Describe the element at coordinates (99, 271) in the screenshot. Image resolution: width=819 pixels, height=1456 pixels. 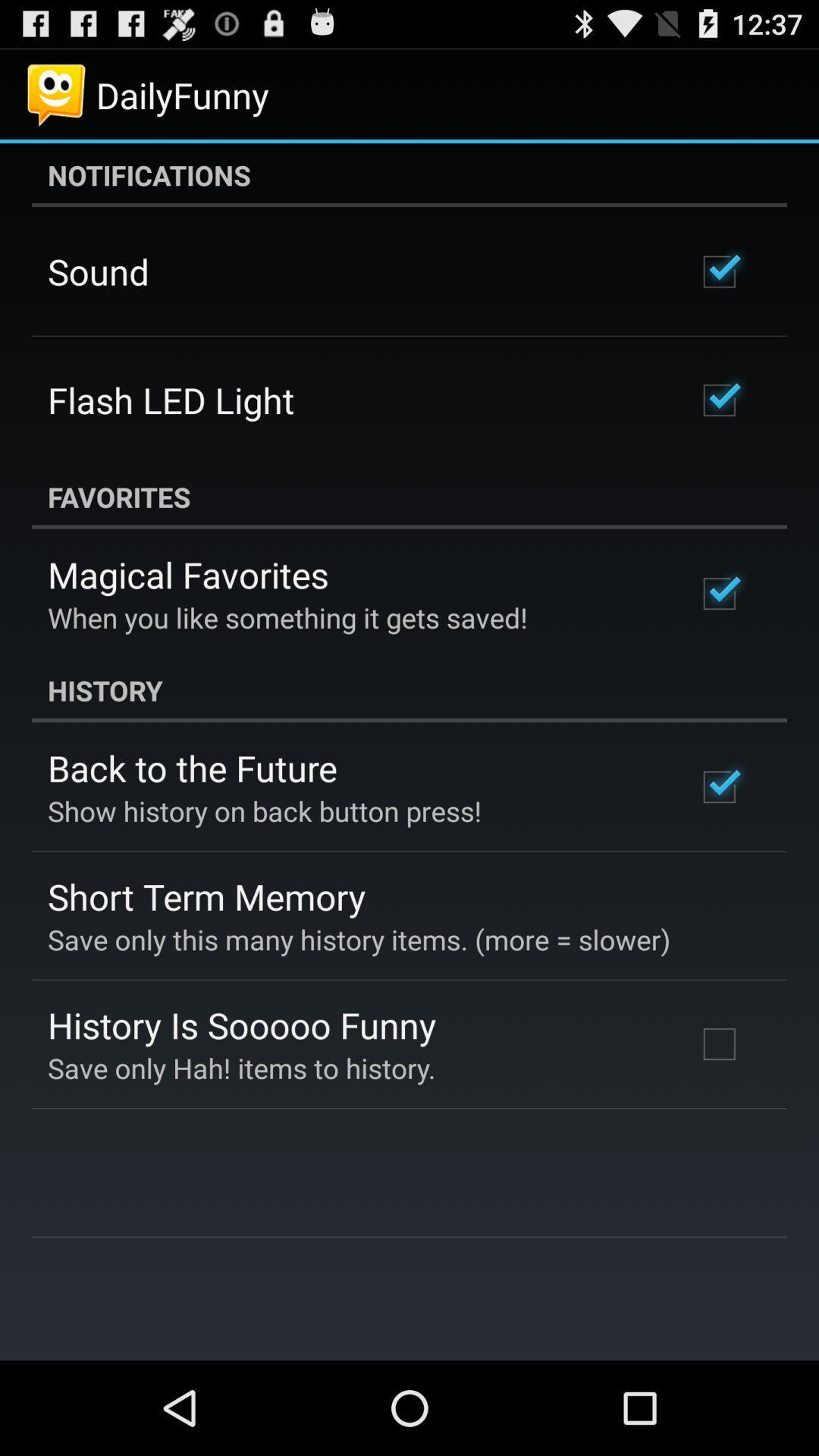
I see `item above flash led light icon` at that location.